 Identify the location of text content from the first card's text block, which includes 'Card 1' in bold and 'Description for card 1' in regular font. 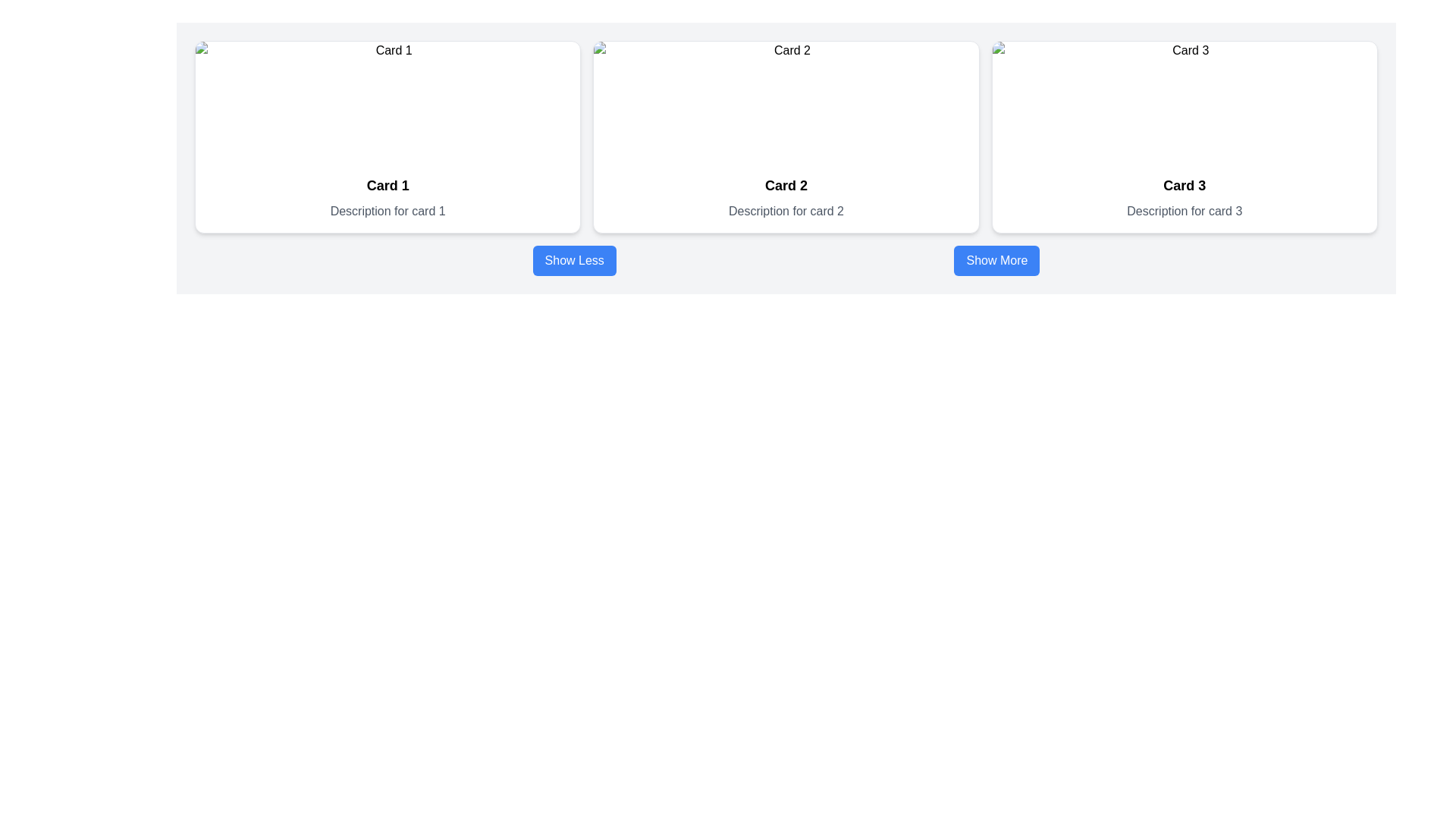
(388, 197).